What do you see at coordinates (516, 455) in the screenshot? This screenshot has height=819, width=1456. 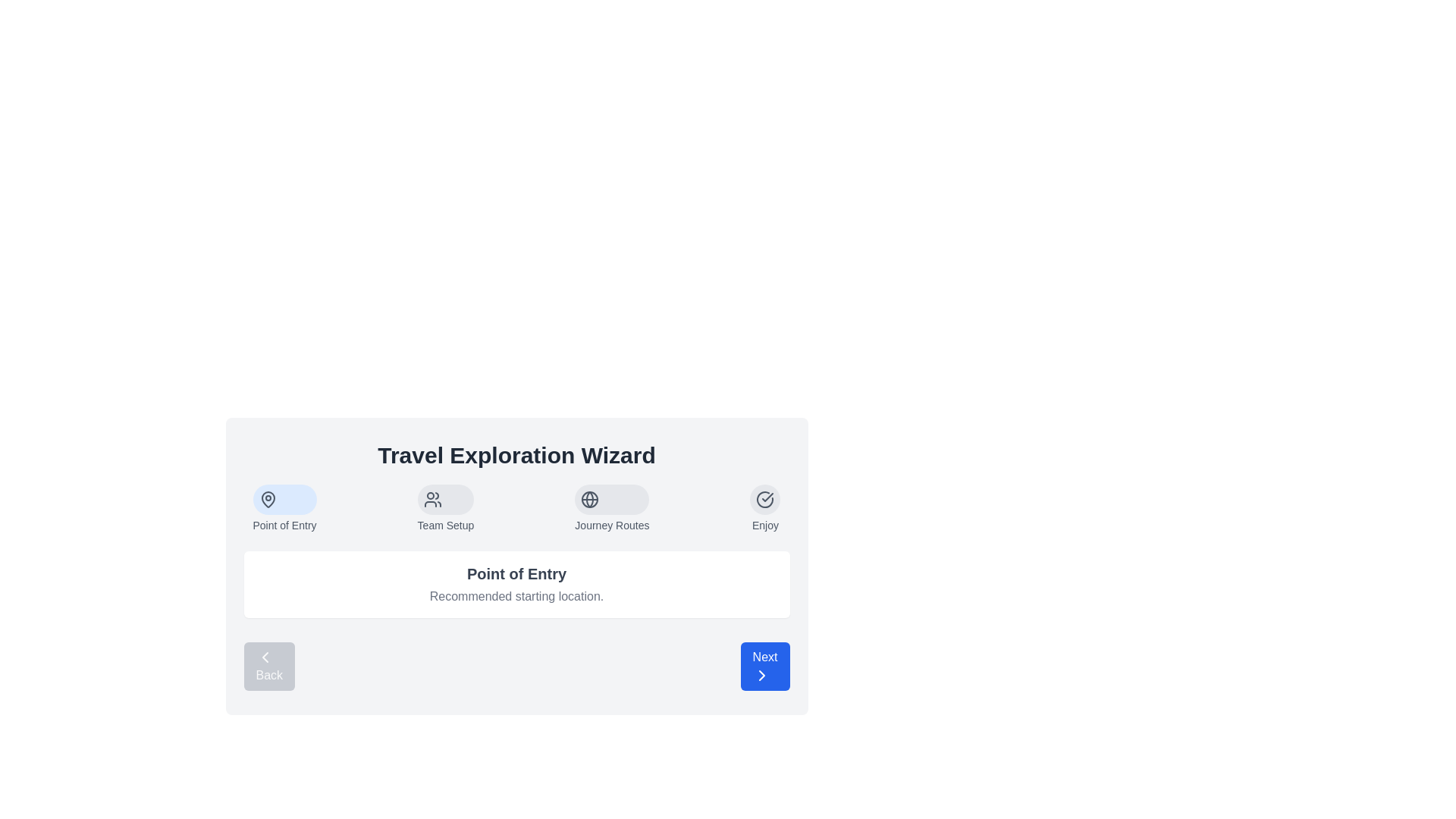 I see `the main title text label located at the top of the panel, which provides a clear description of the section's content and is centered above the icons and labels` at bounding box center [516, 455].